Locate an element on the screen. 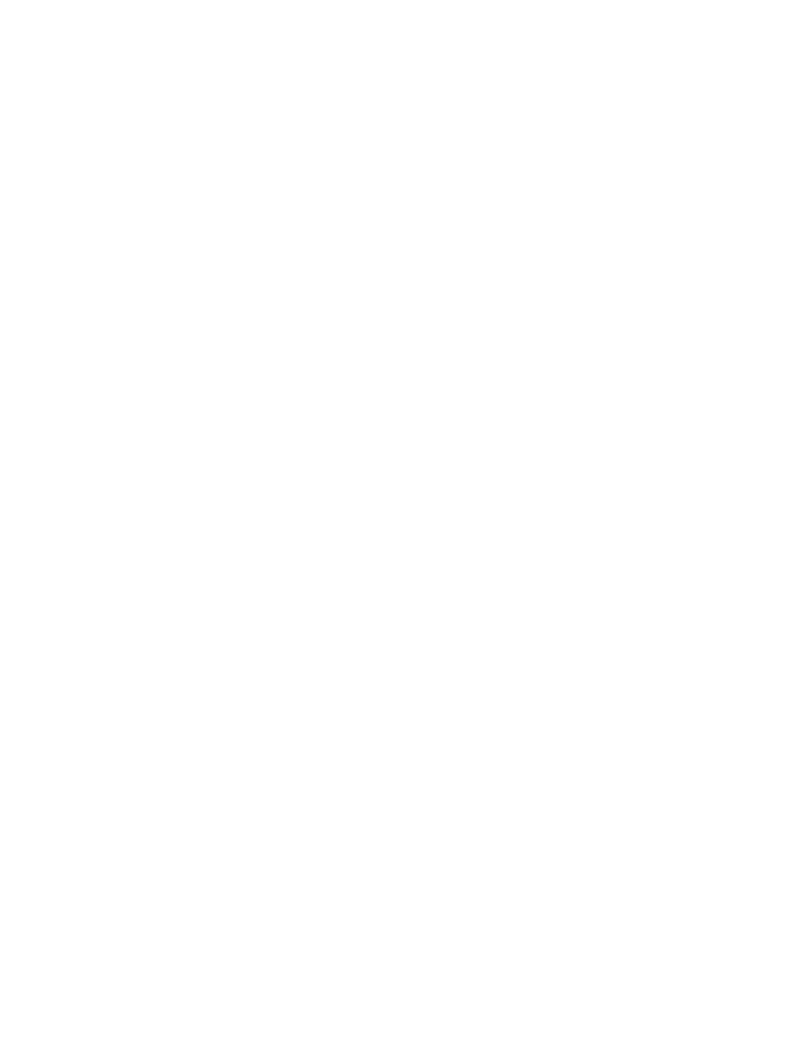 The height and width of the screenshot is (1038, 800). 'Yogonet International' is located at coordinates (79, 285).